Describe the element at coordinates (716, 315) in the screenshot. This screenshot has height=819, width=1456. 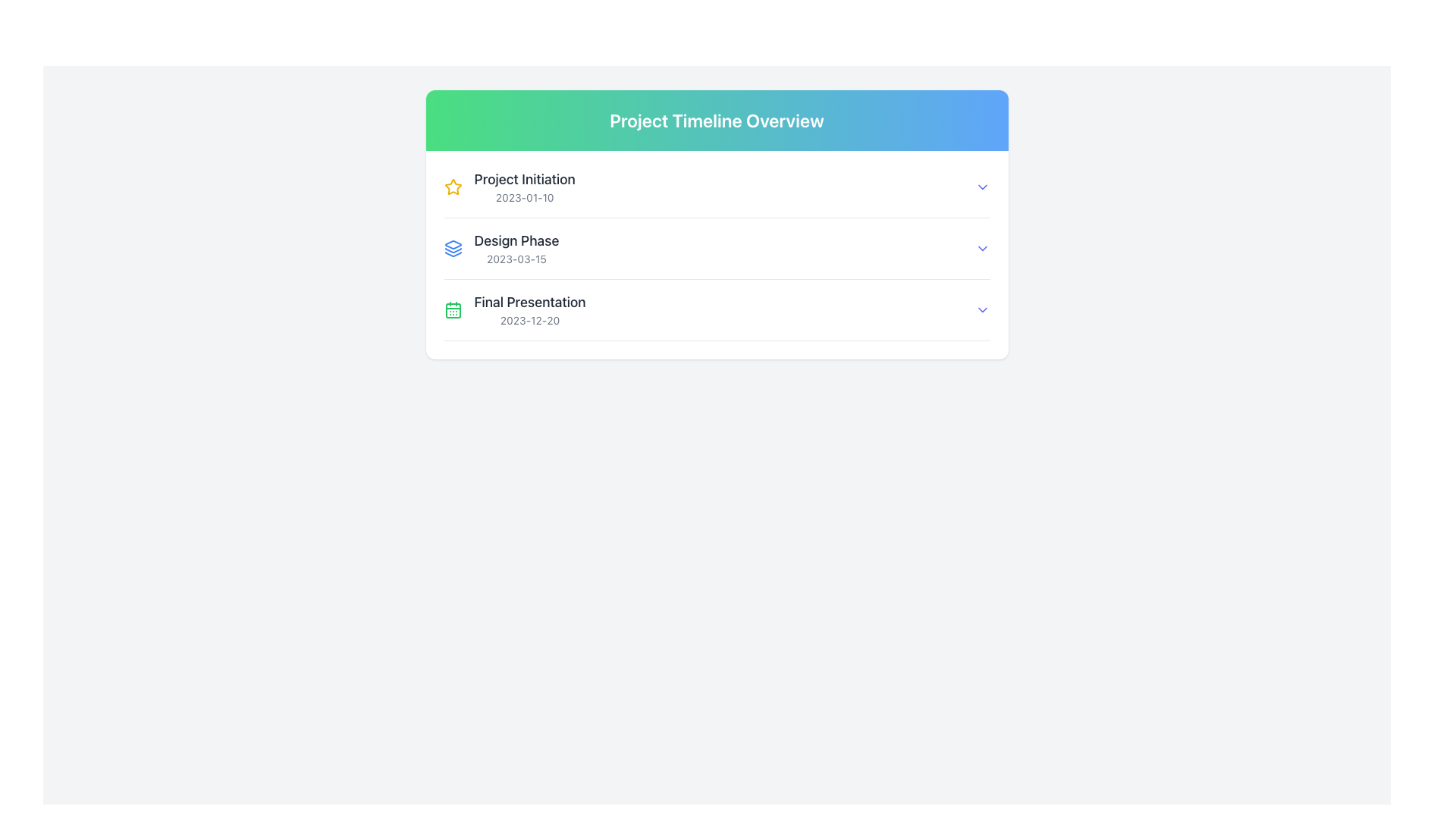
I see `the third list item under the 'Project Timeline Overview' section` at that location.